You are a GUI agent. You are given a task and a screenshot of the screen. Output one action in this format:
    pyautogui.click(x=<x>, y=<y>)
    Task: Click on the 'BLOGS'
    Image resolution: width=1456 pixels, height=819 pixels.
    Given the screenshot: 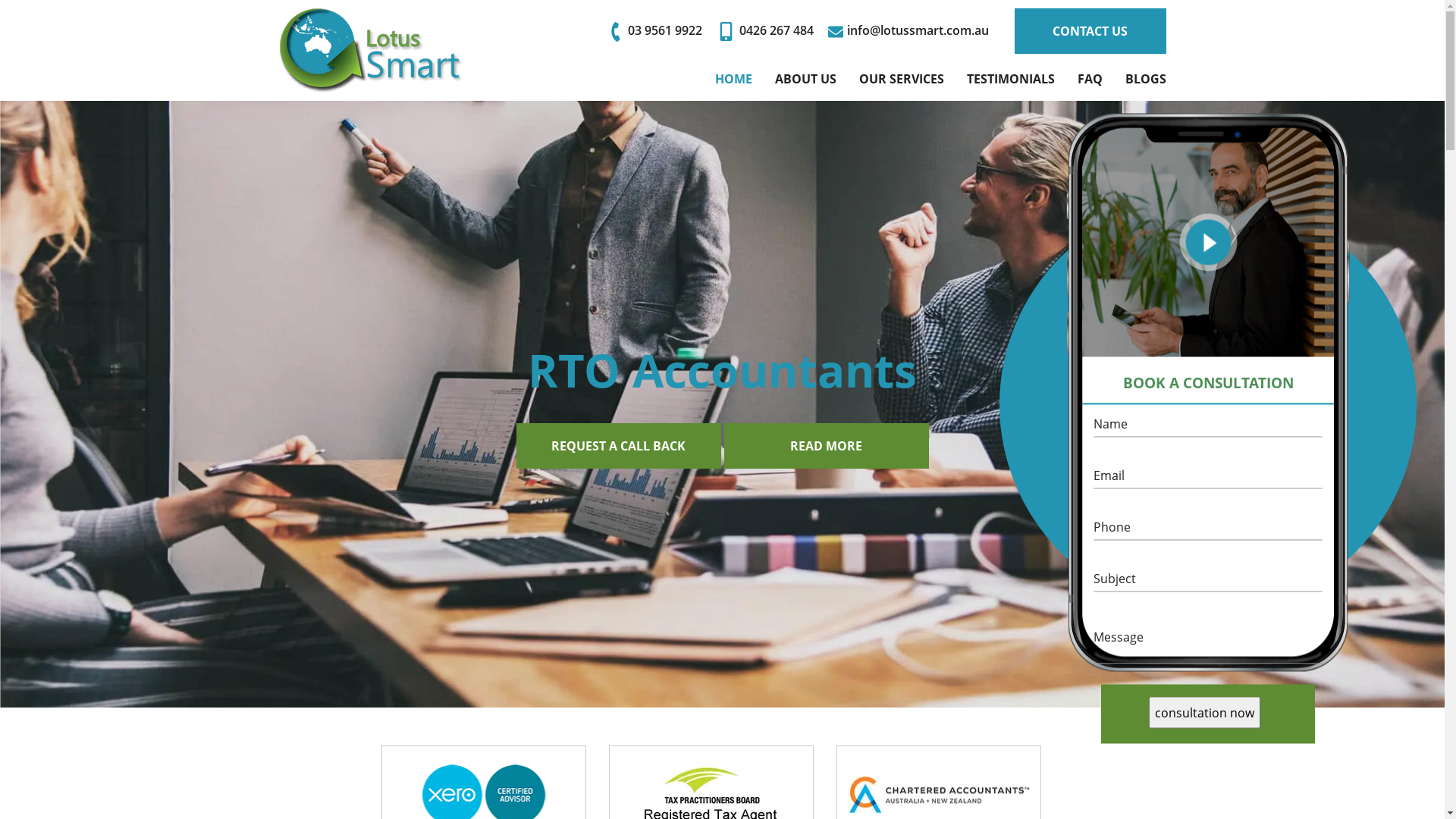 What is the action you would take?
    pyautogui.click(x=1146, y=79)
    